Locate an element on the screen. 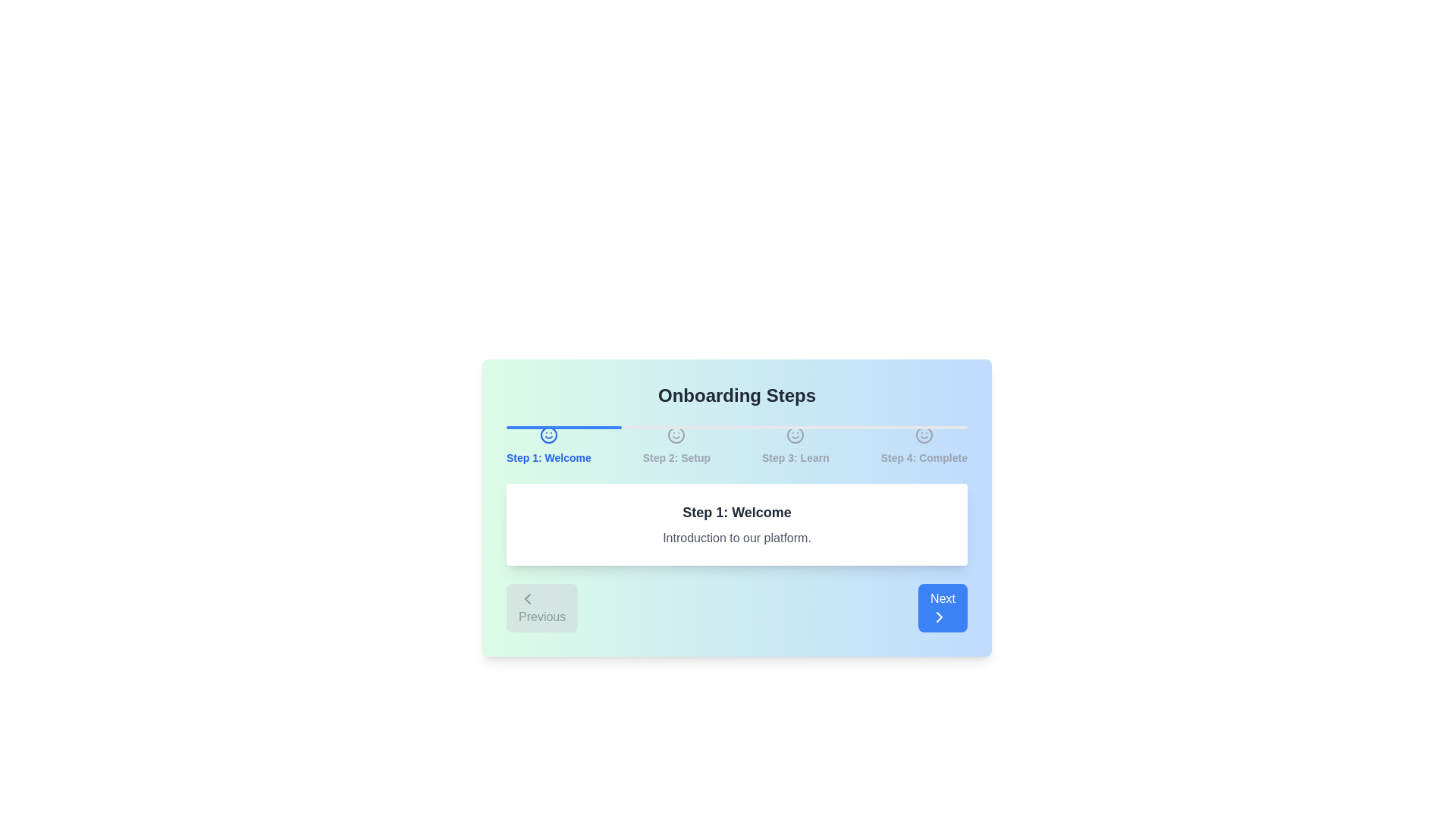 The height and width of the screenshot is (819, 1456). the circular SVG icon resembling a smiling face labeled 'Step 2: Setup' in the onboarding steps interface is located at coordinates (676, 435).